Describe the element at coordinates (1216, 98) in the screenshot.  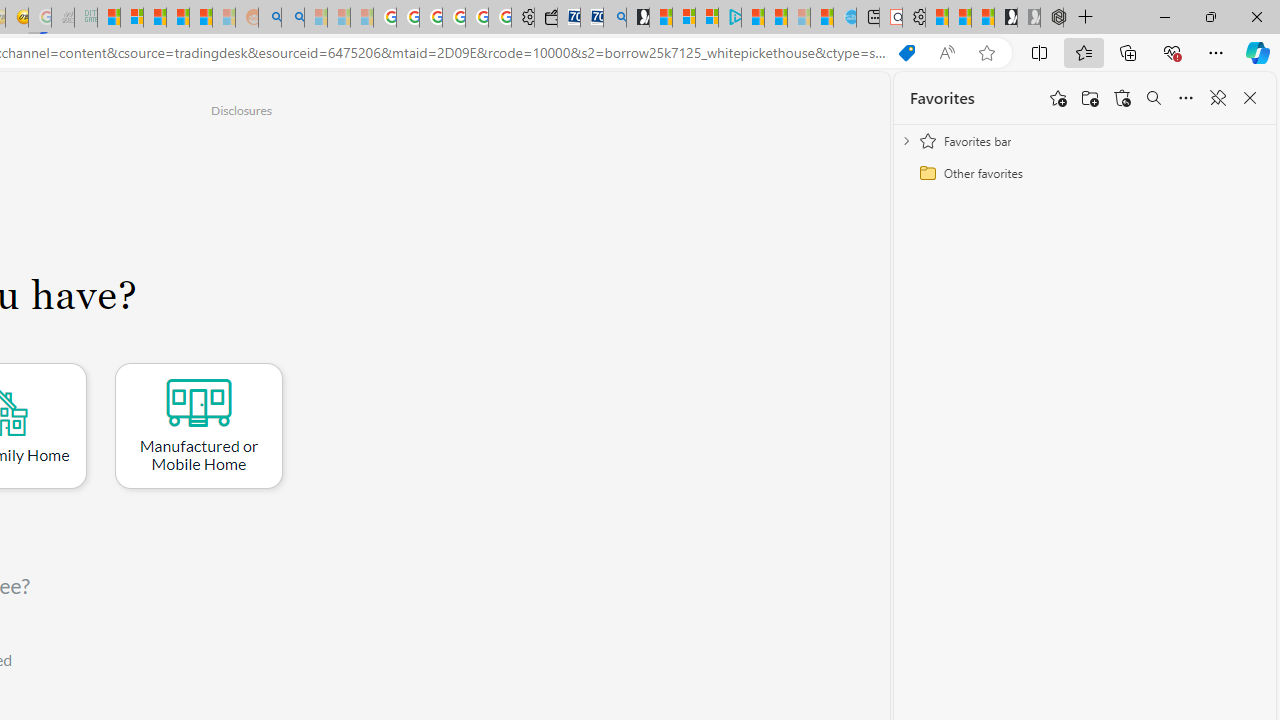
I see `'Unpin favorites'` at that location.